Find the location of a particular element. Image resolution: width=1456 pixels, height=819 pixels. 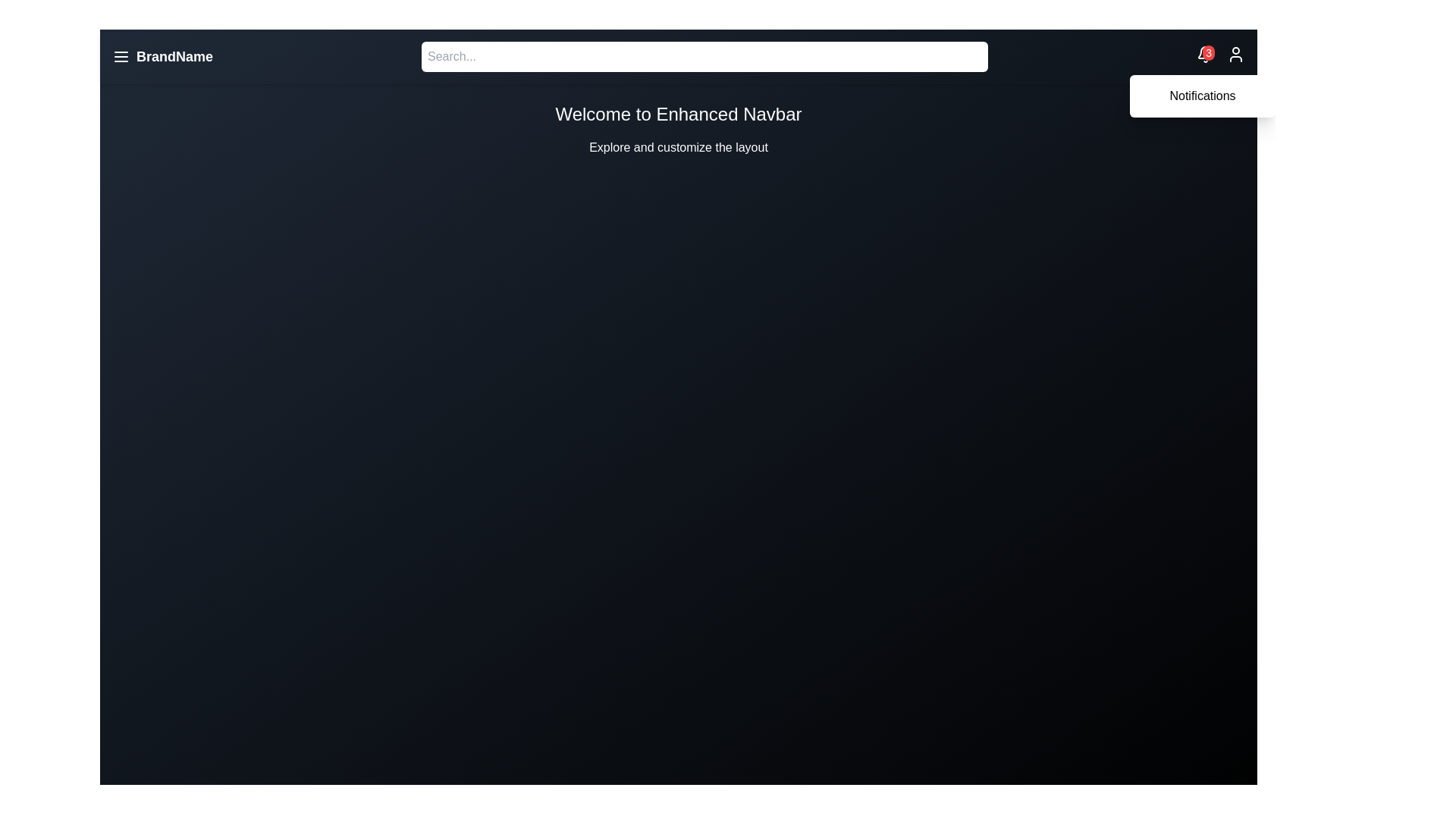

notification icon to toggle the notifications panel is located at coordinates (1204, 53).